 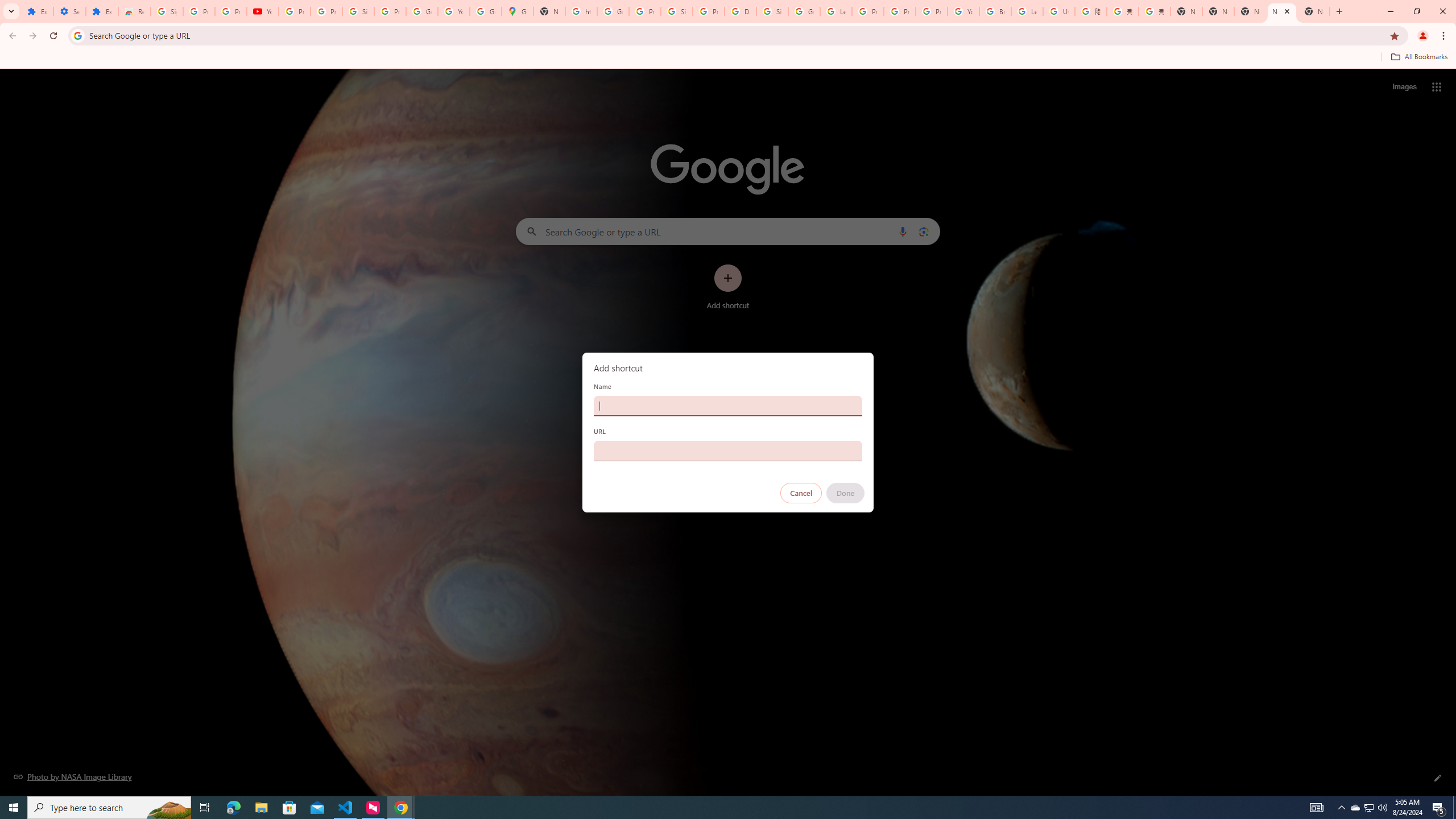 What do you see at coordinates (77, 35) in the screenshot?
I see `'Search icon'` at bounding box center [77, 35].